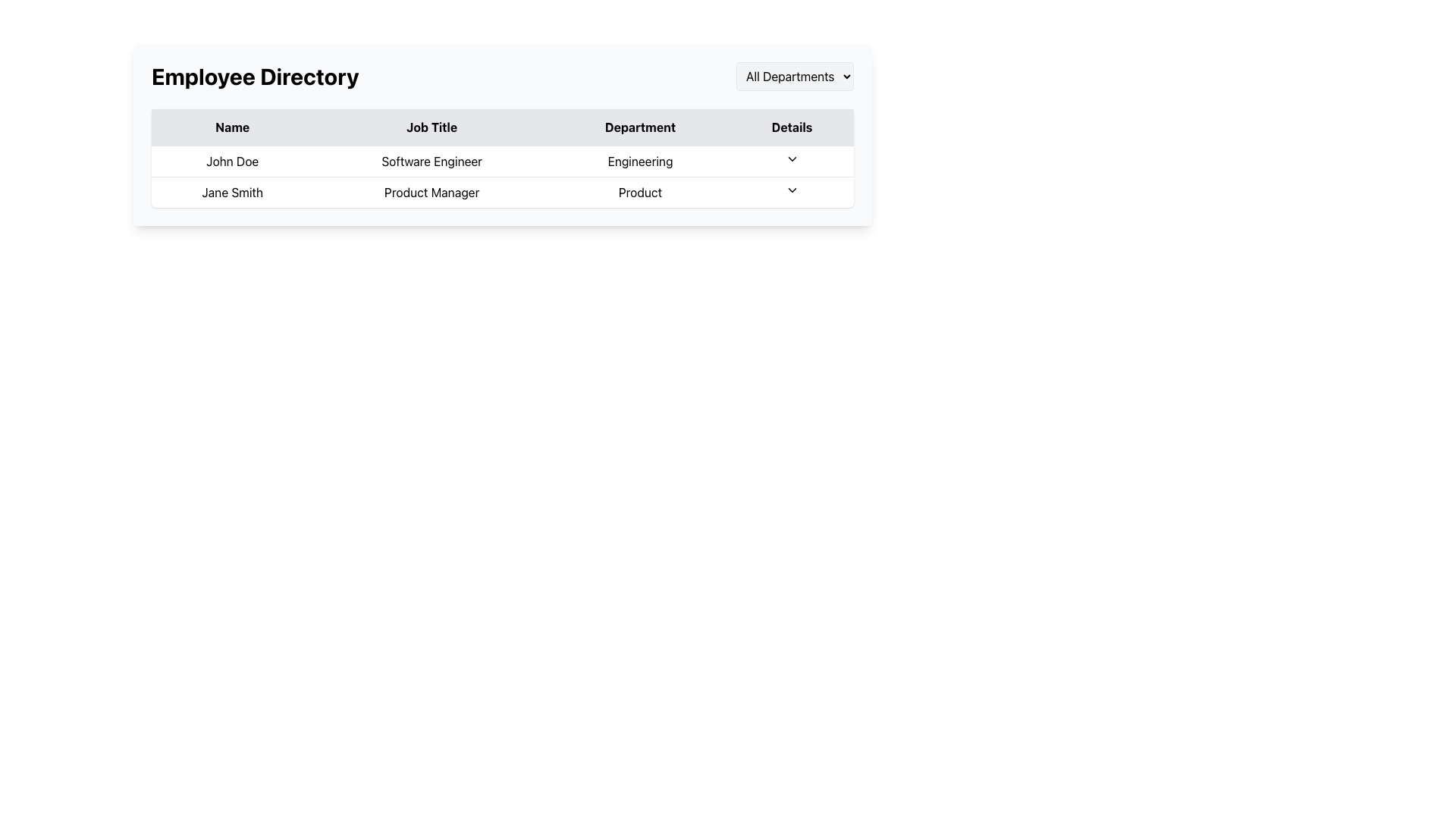 The width and height of the screenshot is (1456, 819). What do you see at coordinates (502, 158) in the screenshot?
I see `the first data row in the tabular format that displays an individual's name, title, department, and additional details` at bounding box center [502, 158].